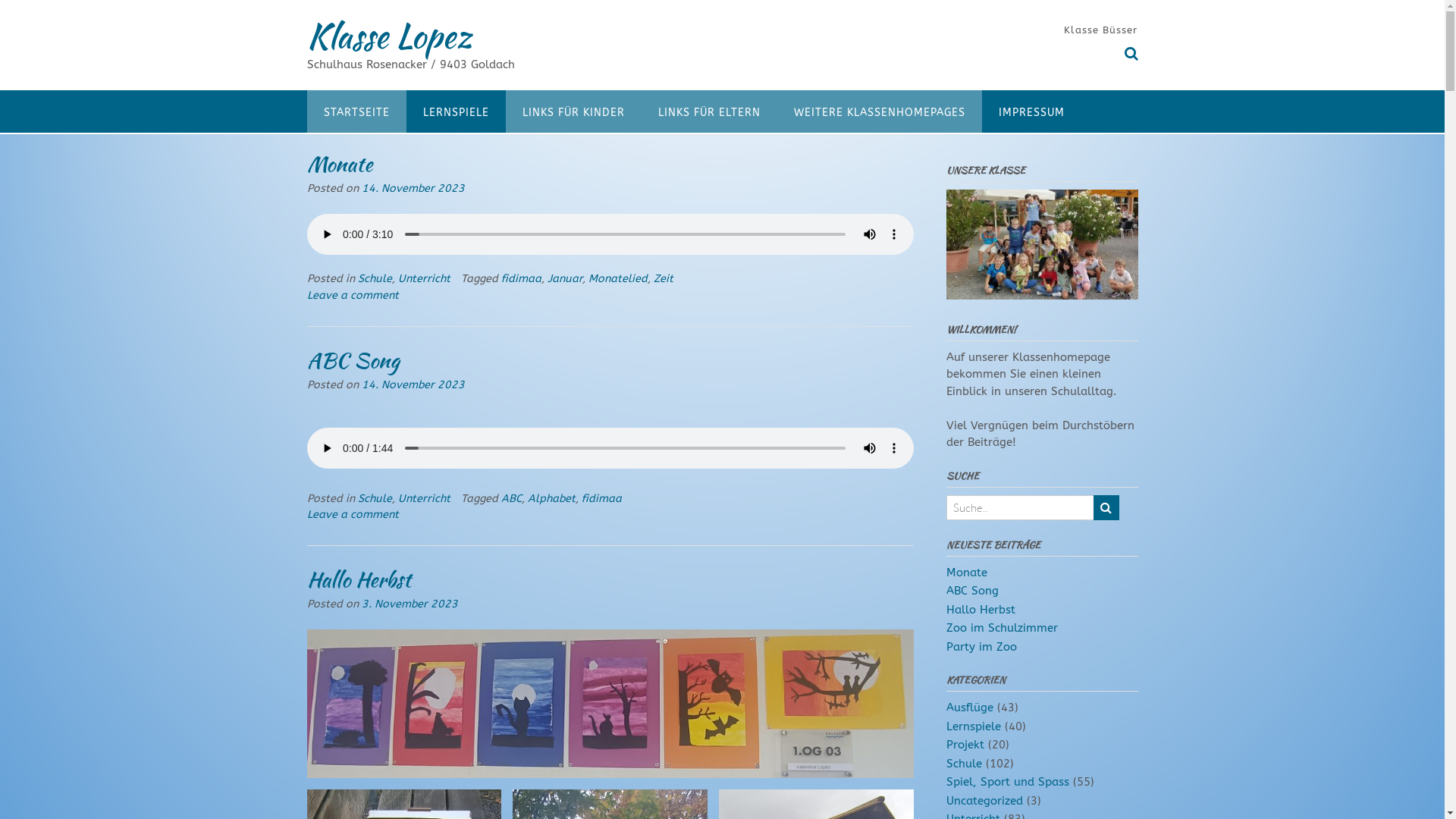 The width and height of the screenshot is (1456, 819). Describe the element at coordinates (305, 359) in the screenshot. I see `'ABC Song'` at that location.